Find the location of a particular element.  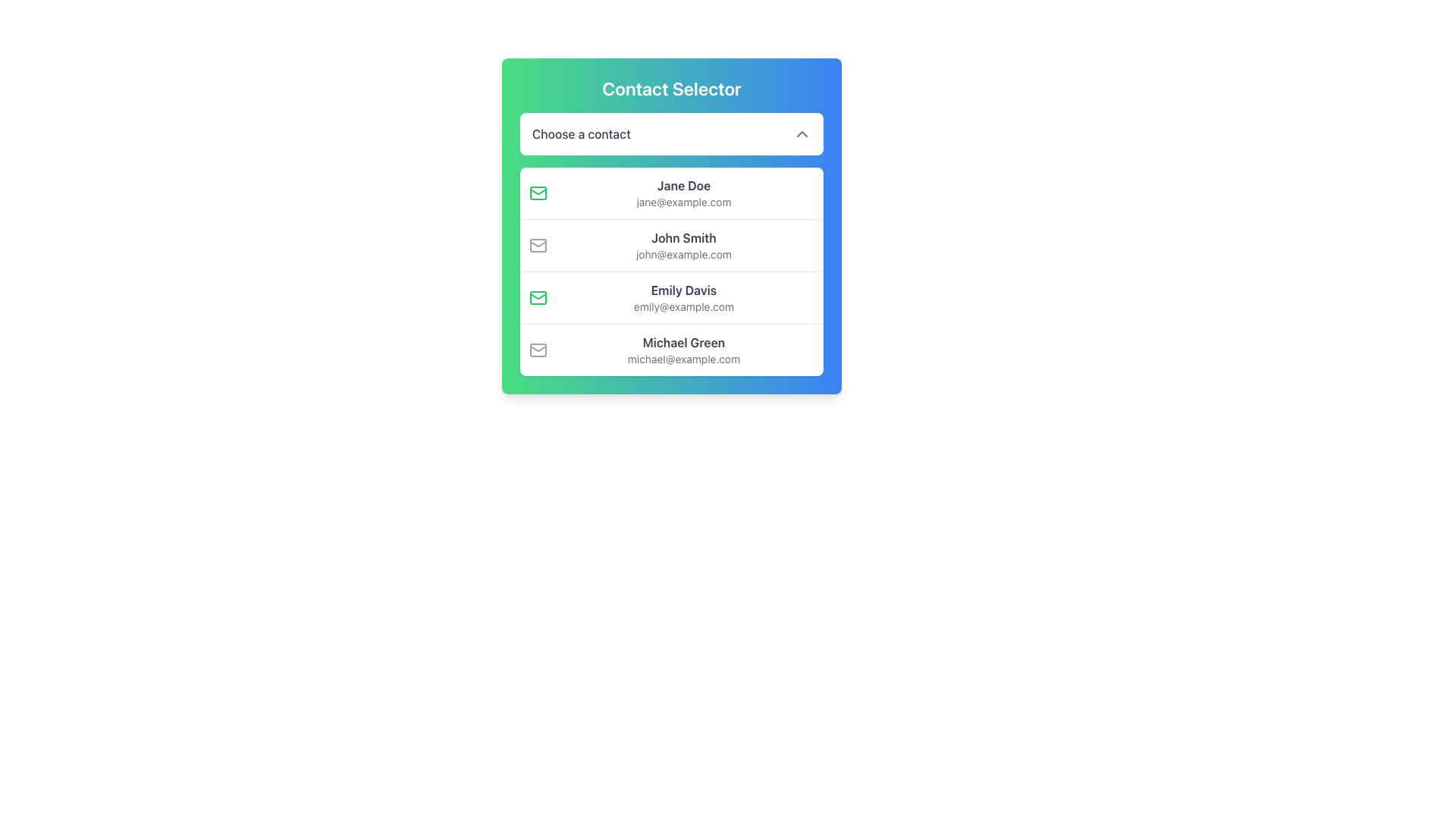

the chevron-down icon which is part of the 'Choose a contact' drop-down box, located on the far-right end of the selection bar is located at coordinates (801, 133).